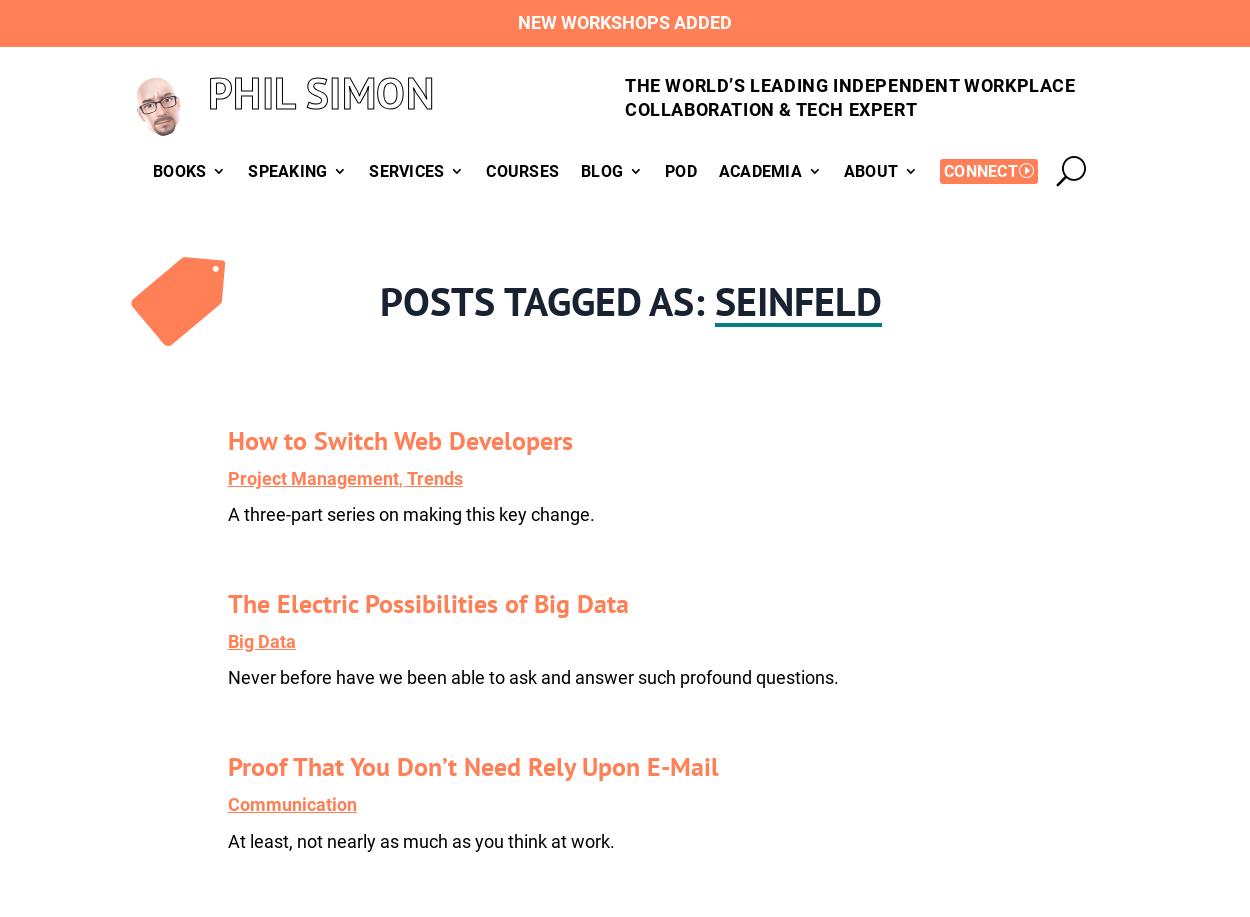 This screenshot has width=1250, height=917. I want to click on 'Too Big to Ignore', so click(612, 389).